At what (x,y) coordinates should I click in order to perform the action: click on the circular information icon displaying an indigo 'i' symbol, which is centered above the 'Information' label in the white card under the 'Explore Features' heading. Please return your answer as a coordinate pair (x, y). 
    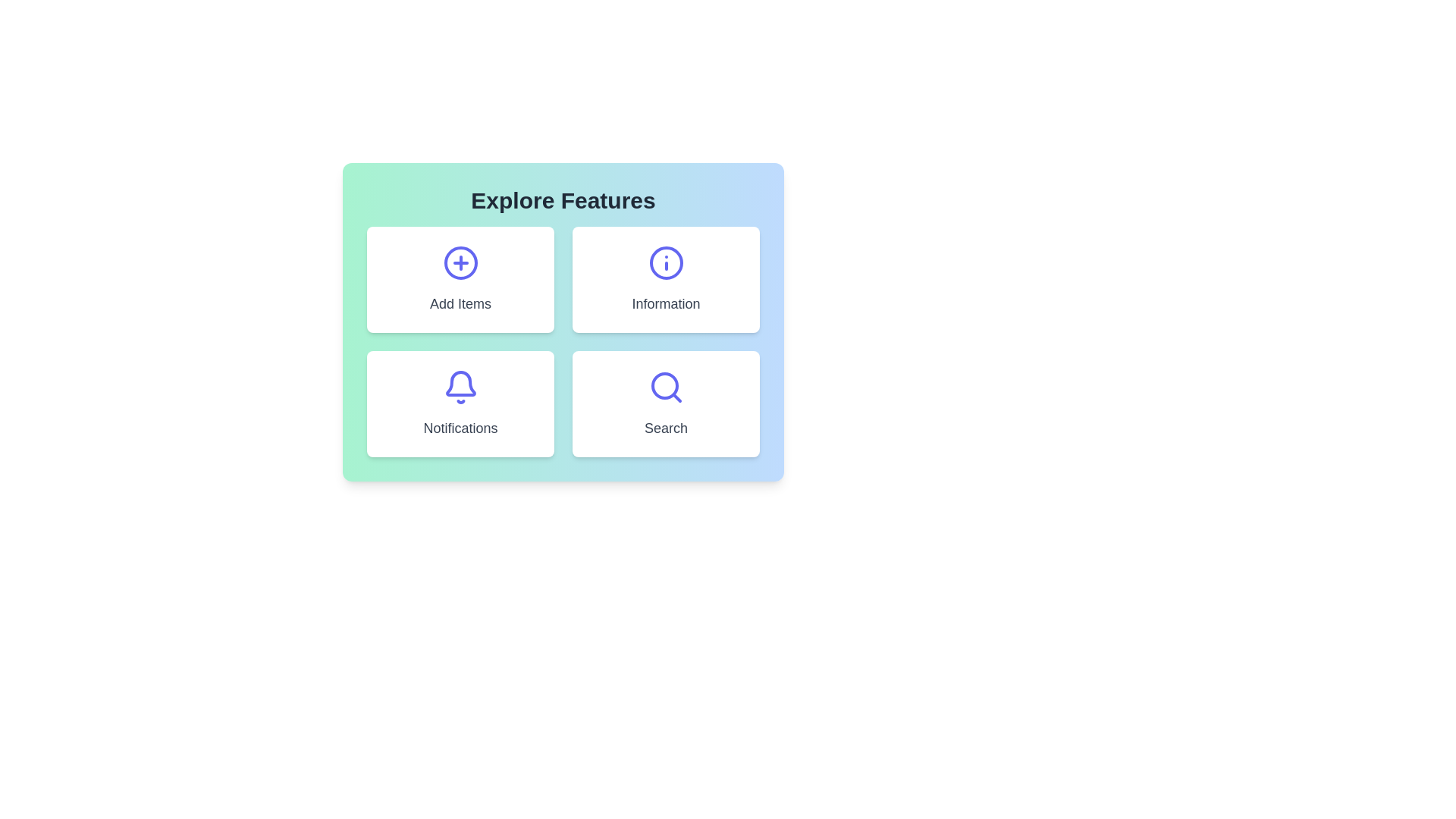
    Looking at the image, I should click on (666, 262).